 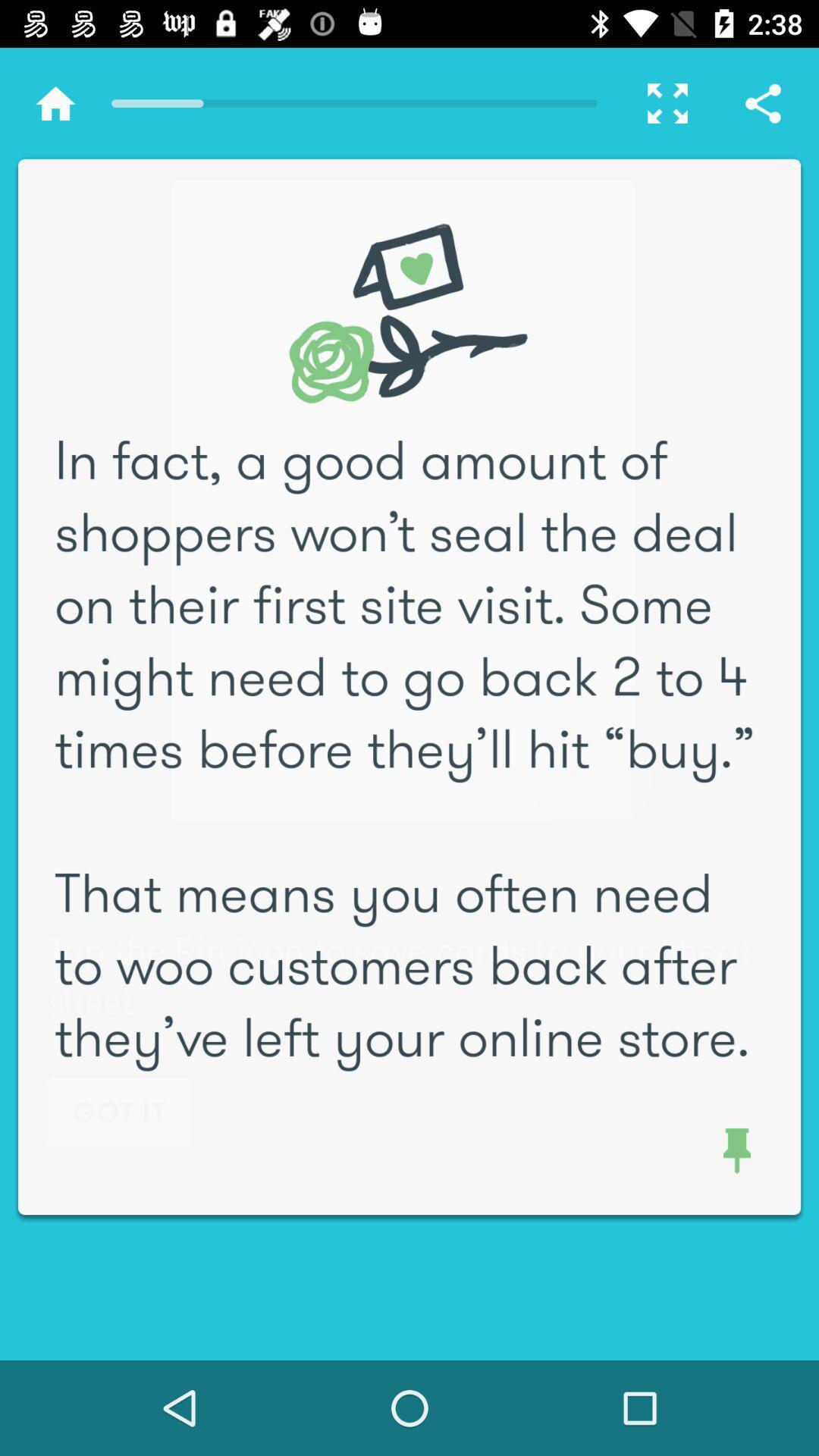 I want to click on the fullscreen icon, so click(x=659, y=102).